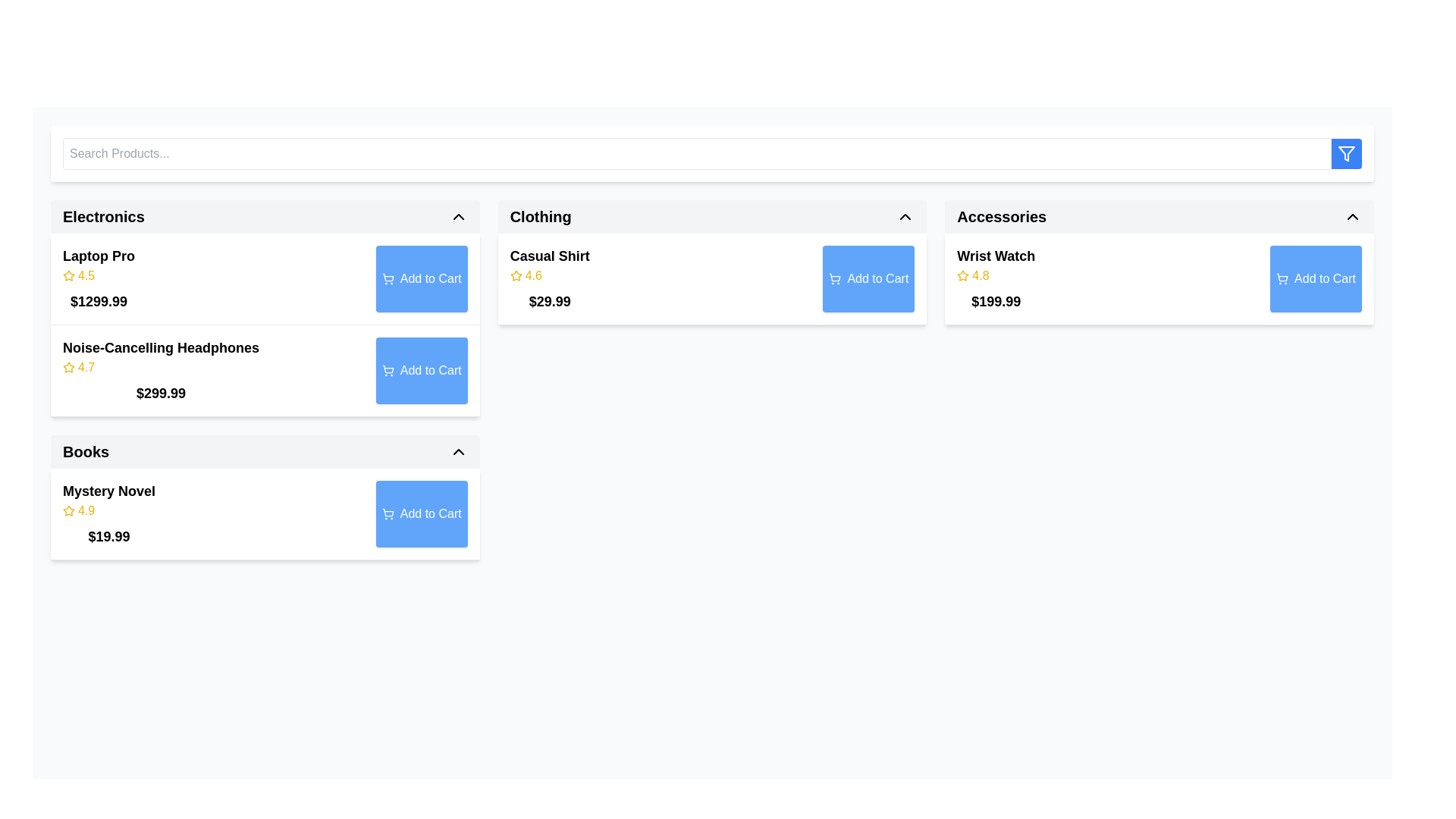 The height and width of the screenshot is (819, 1456). Describe the element at coordinates (86, 511) in the screenshot. I see `text label displaying the numerical value '4.9' in the rating component located in the 'Books' section for the 'Mystery Novel' product, which is adjacent to a gold star icon` at that location.